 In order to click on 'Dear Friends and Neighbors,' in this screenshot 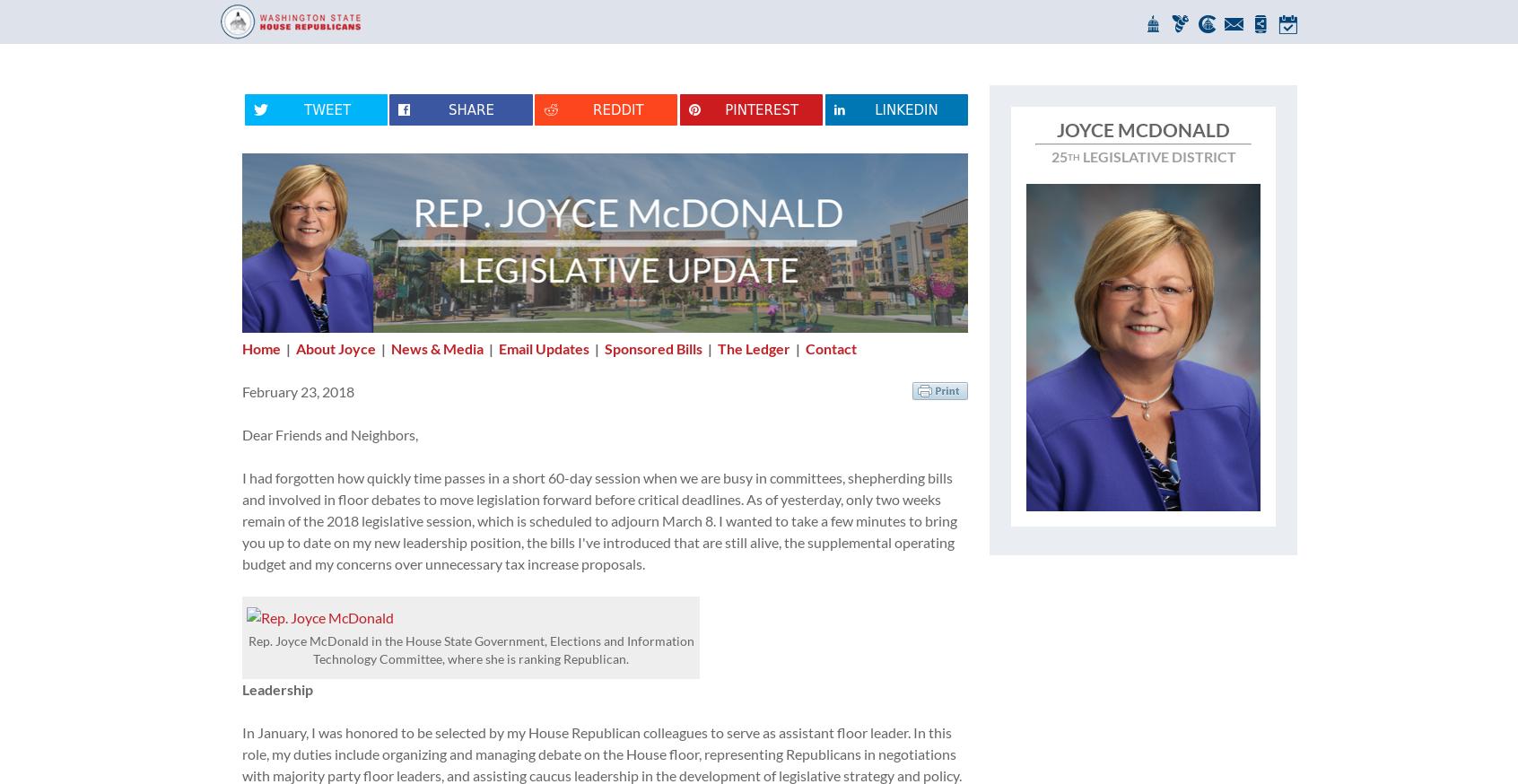, I will do `click(330, 433)`.